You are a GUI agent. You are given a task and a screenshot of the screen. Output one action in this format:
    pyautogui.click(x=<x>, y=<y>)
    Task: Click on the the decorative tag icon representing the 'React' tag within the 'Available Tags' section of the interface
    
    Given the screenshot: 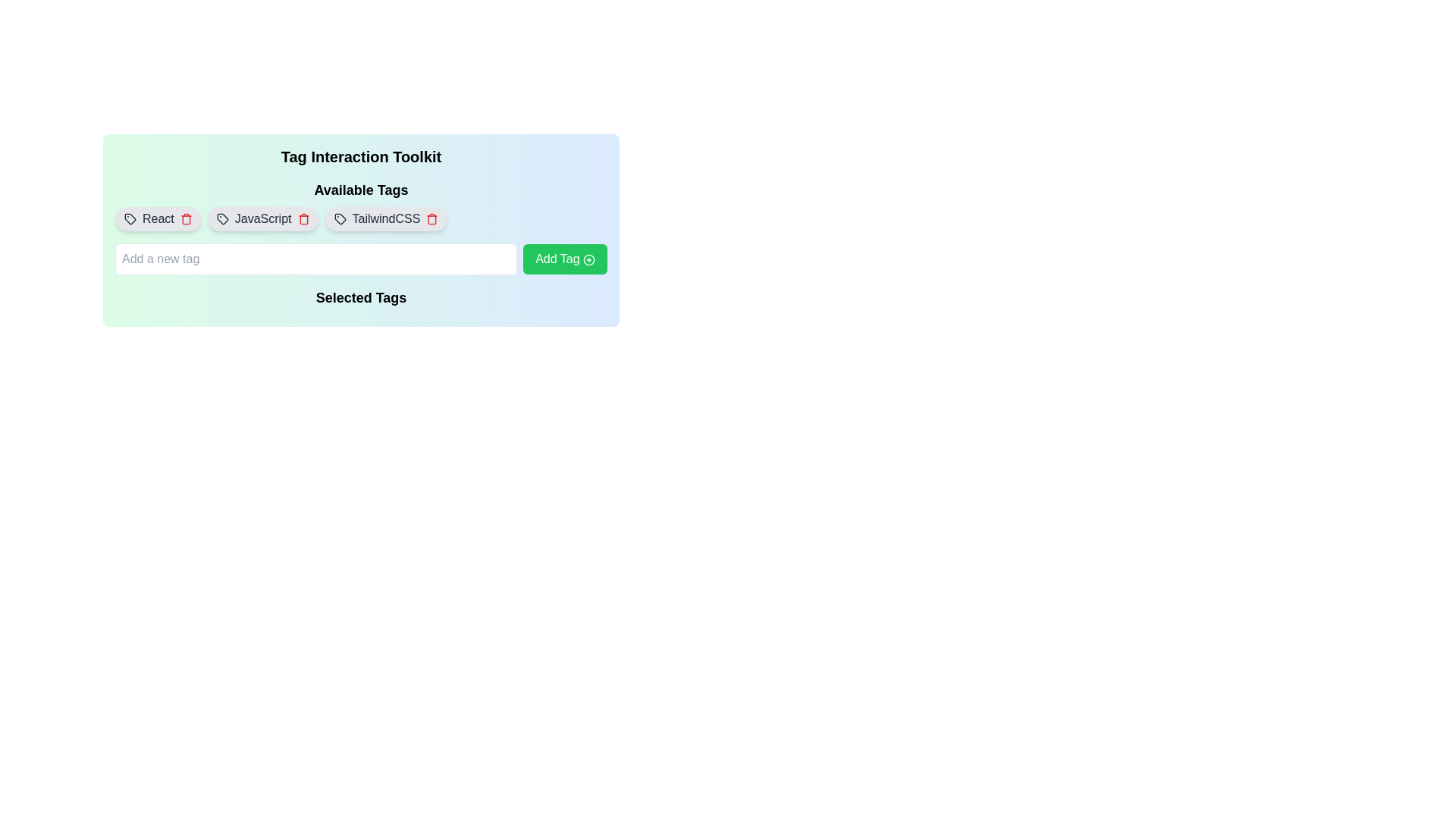 What is the action you would take?
    pyautogui.click(x=130, y=219)
    